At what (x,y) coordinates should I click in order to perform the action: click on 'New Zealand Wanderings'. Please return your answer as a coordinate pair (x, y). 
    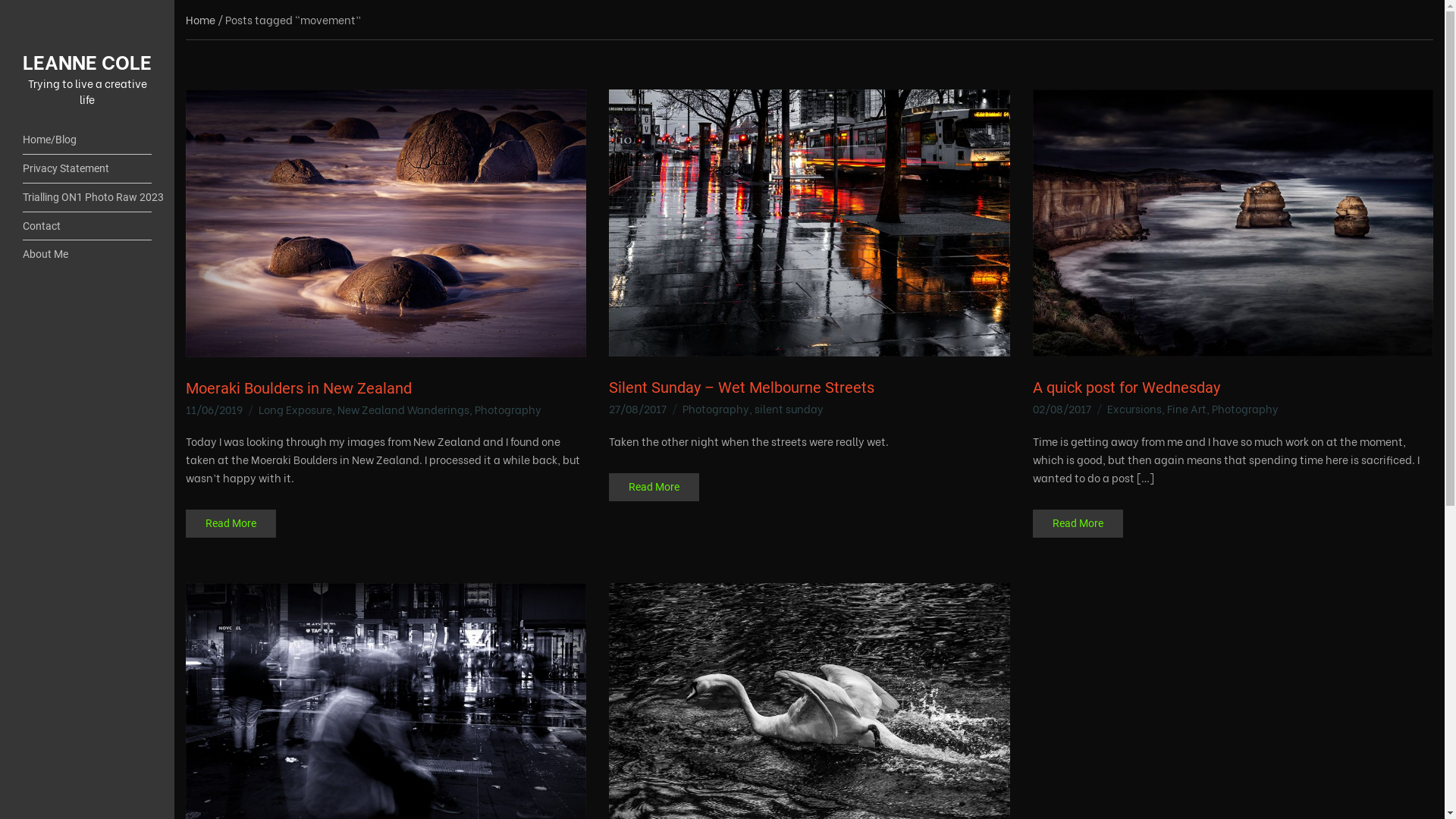
    Looking at the image, I should click on (403, 408).